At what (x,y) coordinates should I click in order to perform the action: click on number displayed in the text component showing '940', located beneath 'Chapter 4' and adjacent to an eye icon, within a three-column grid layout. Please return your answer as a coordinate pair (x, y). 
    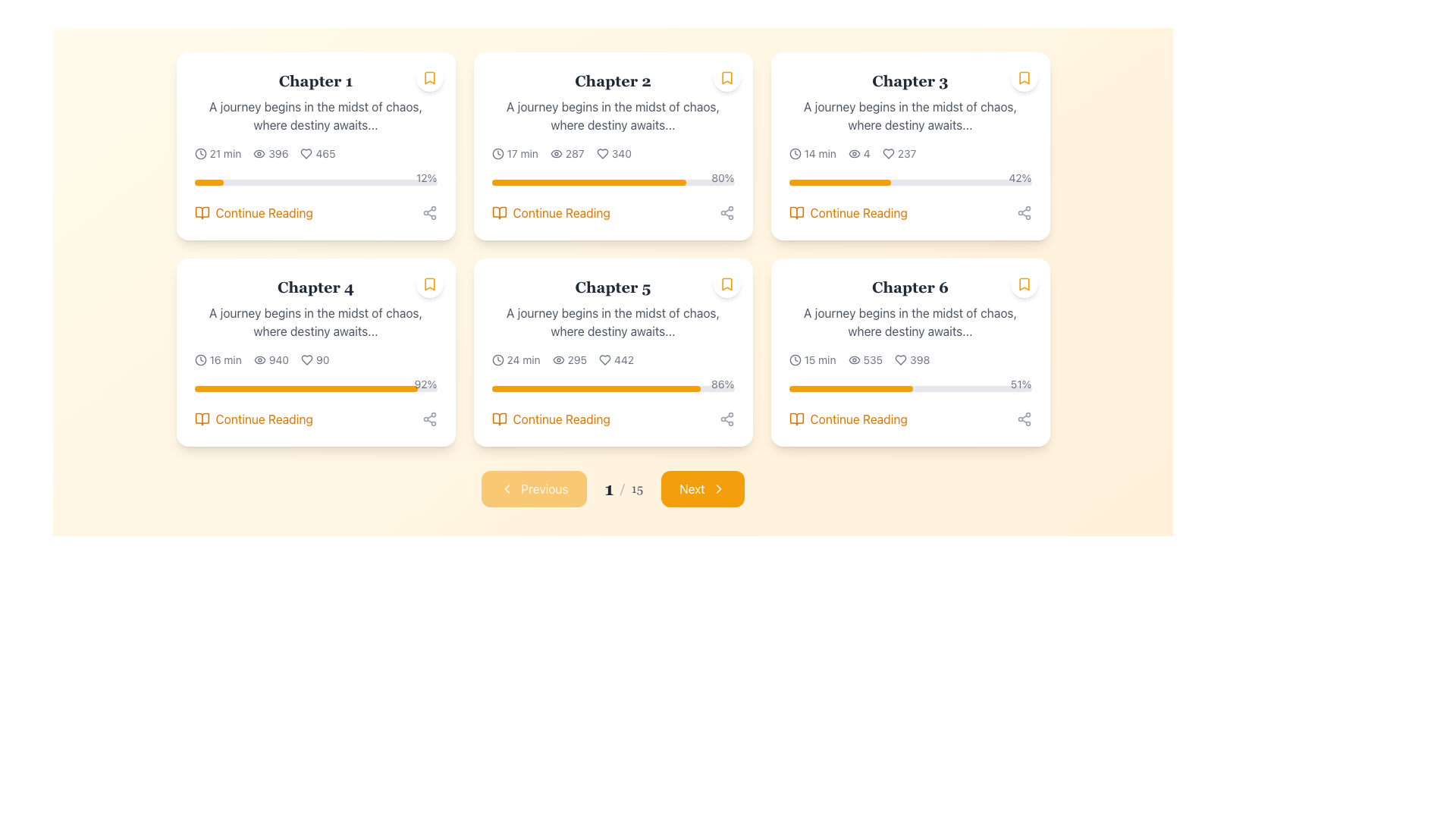
    Looking at the image, I should click on (271, 359).